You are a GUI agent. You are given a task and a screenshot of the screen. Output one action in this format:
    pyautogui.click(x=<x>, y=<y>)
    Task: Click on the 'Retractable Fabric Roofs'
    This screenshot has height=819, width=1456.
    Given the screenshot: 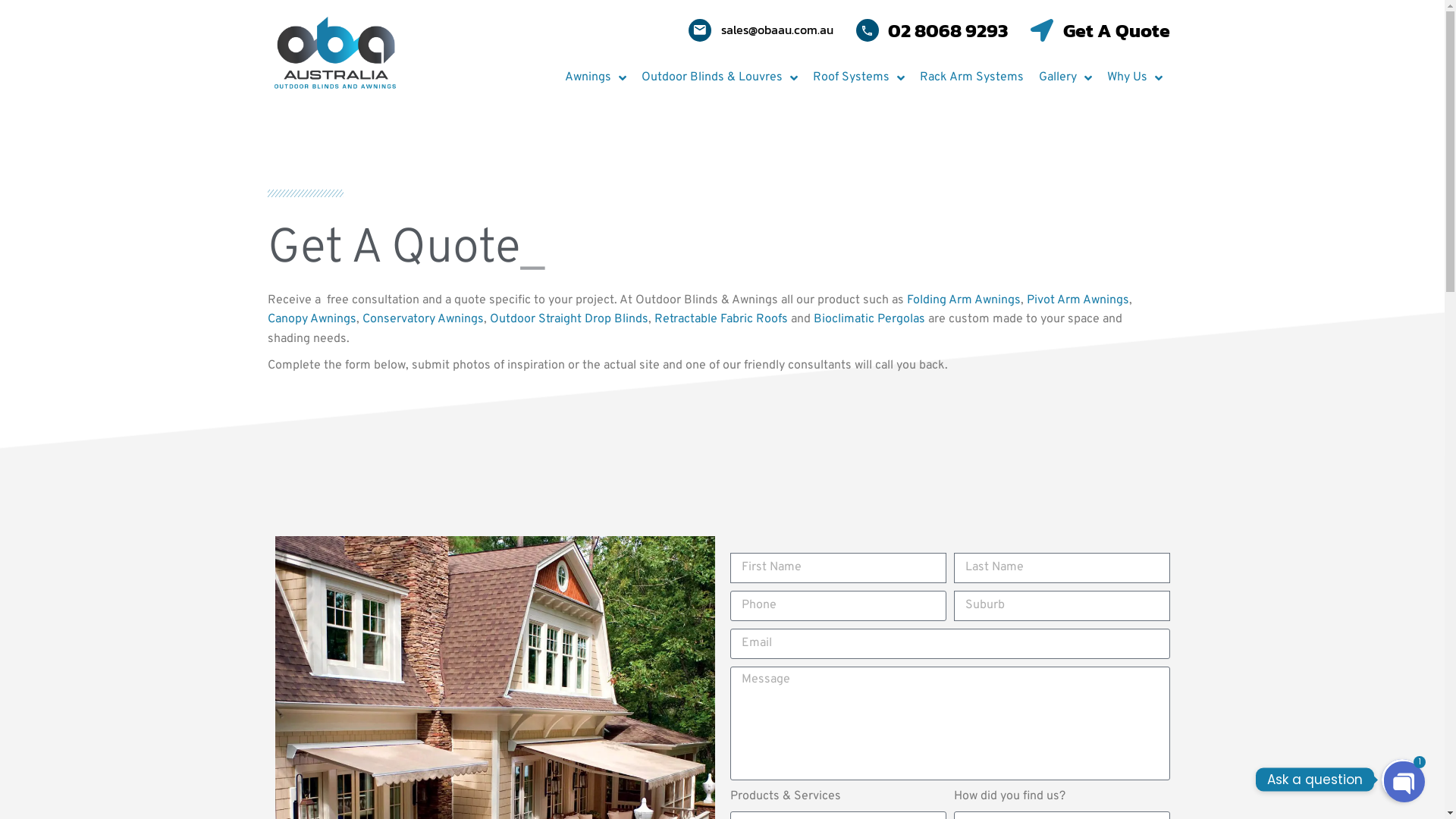 What is the action you would take?
    pyautogui.click(x=654, y=318)
    